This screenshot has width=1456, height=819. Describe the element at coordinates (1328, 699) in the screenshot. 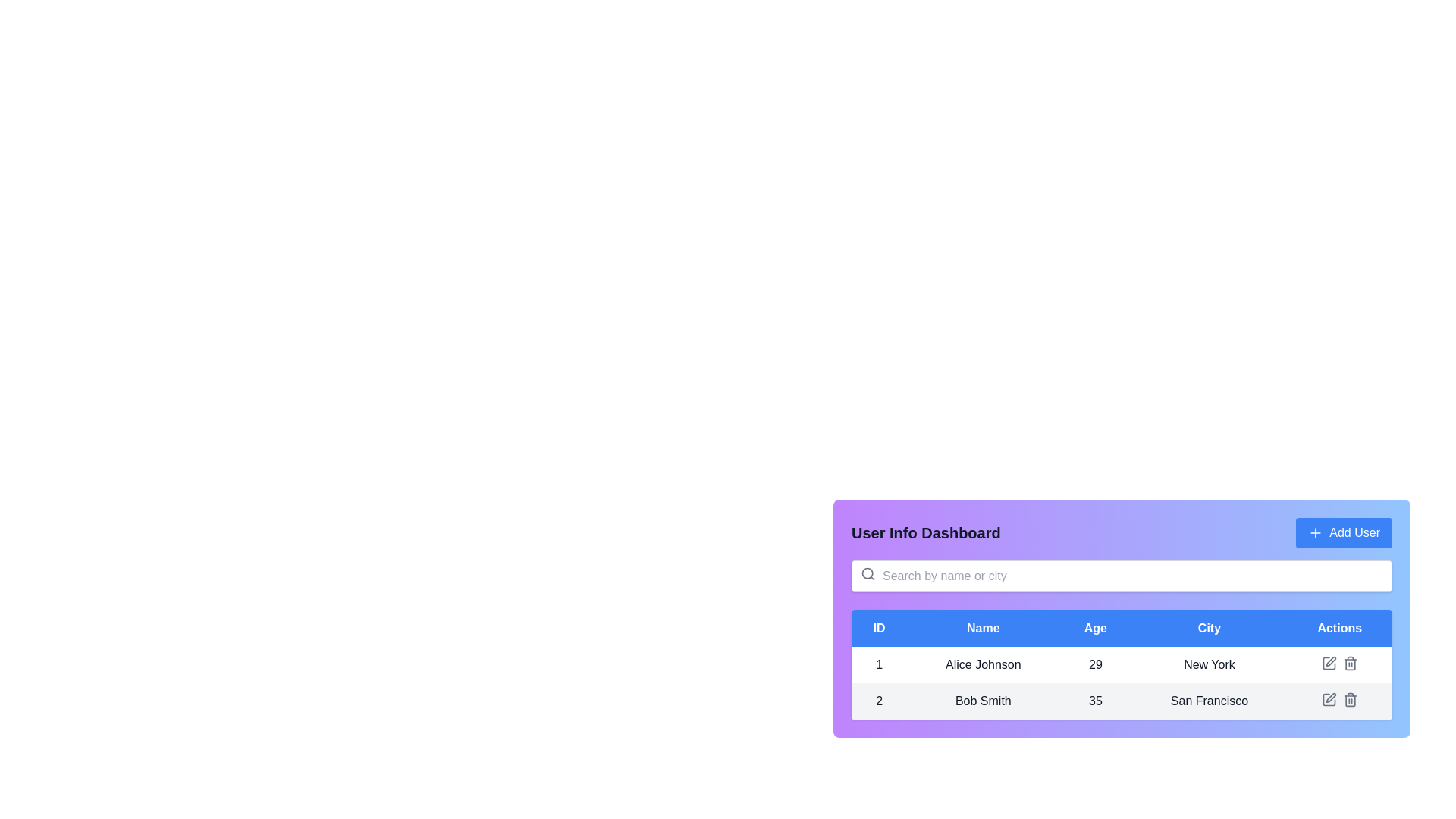

I see `the edit icon in the Actions column of the second row of the user table` at that location.